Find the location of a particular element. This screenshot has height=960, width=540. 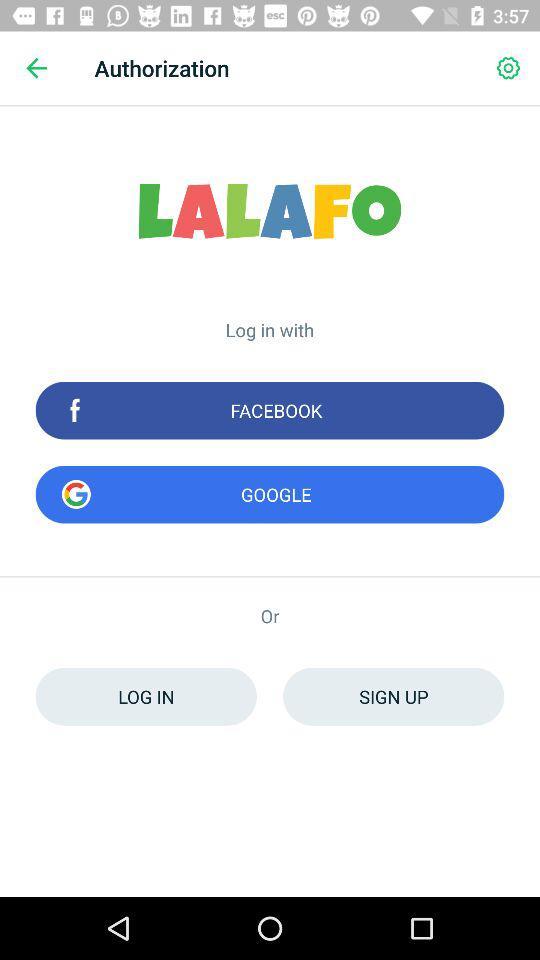

item below the or icon is located at coordinates (393, 696).